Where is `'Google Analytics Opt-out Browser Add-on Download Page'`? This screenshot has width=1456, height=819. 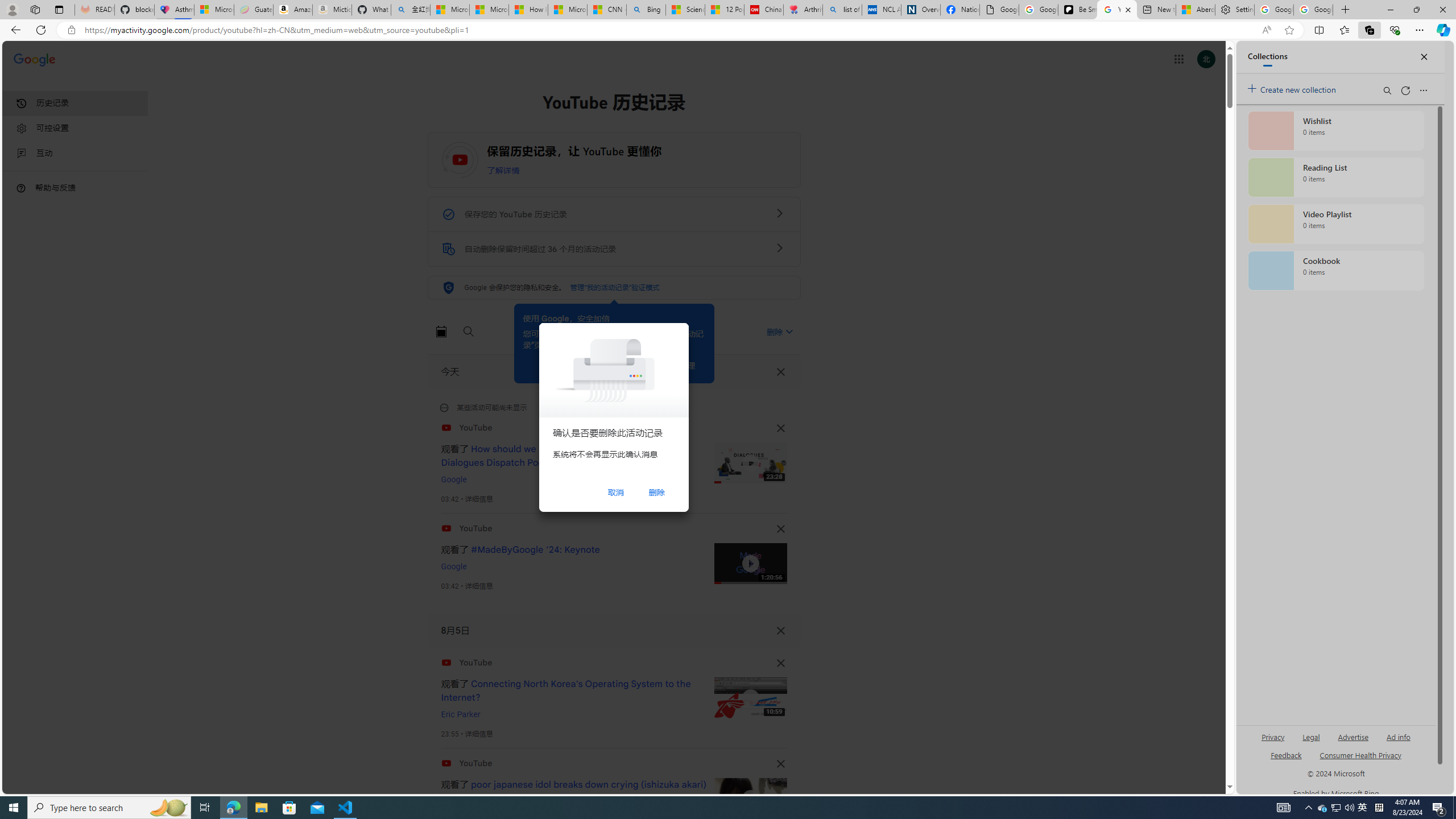 'Google Analytics Opt-out Browser Add-on Download Page' is located at coordinates (999, 9).